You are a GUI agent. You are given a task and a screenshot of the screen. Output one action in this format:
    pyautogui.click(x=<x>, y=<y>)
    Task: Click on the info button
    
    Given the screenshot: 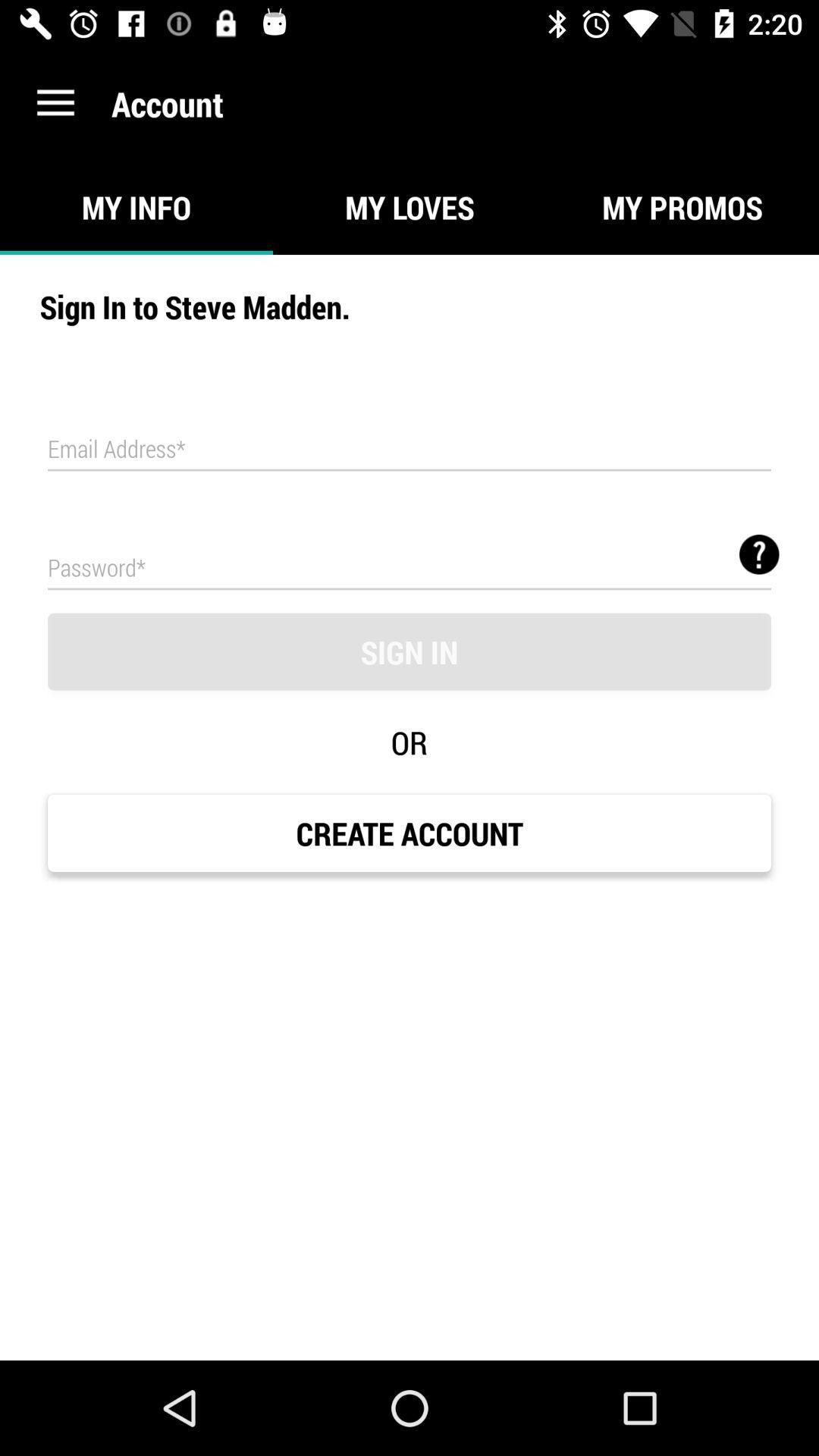 What is the action you would take?
    pyautogui.click(x=759, y=554)
    